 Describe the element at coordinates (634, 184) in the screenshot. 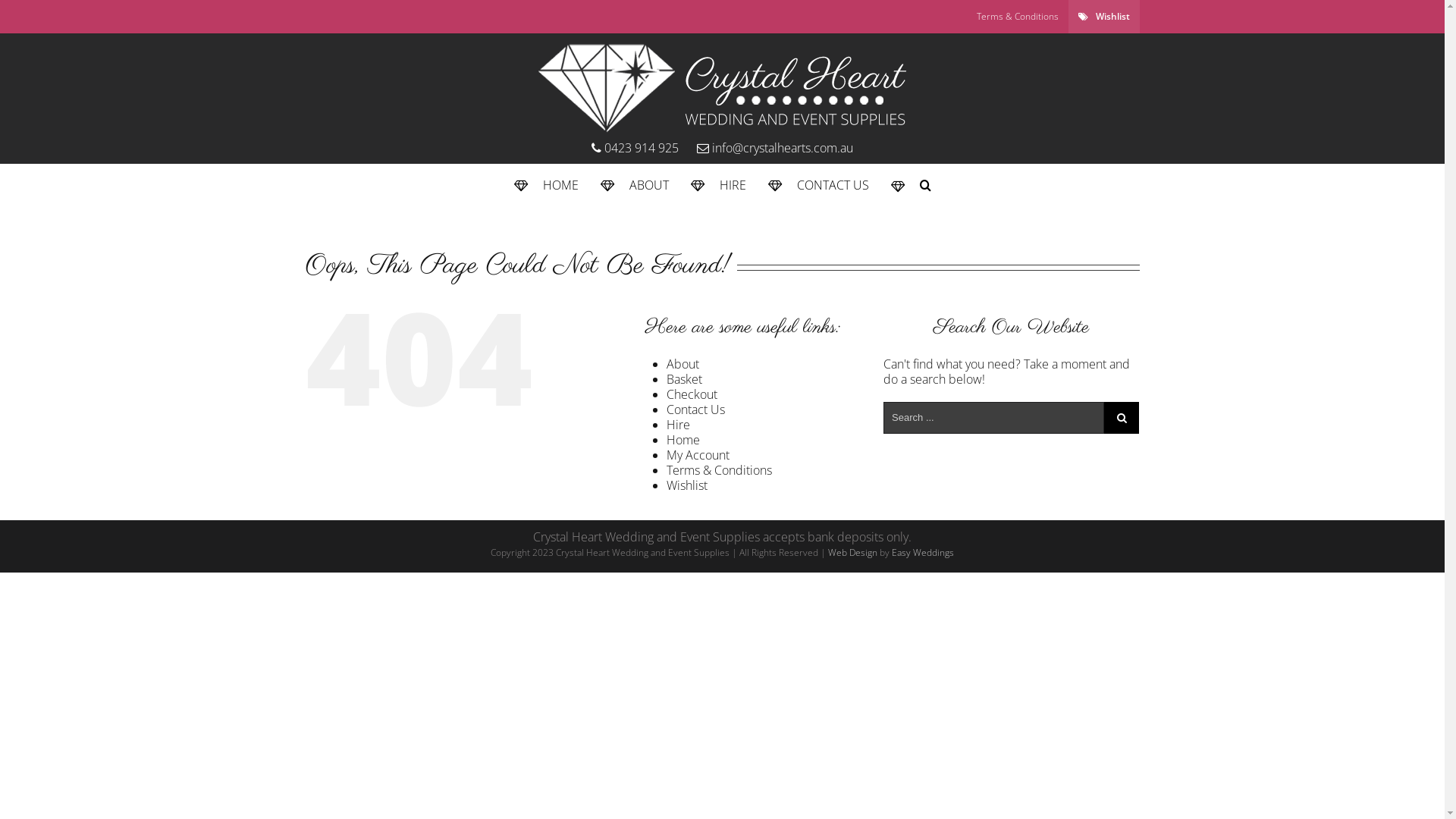

I see `'ABOUT'` at that location.